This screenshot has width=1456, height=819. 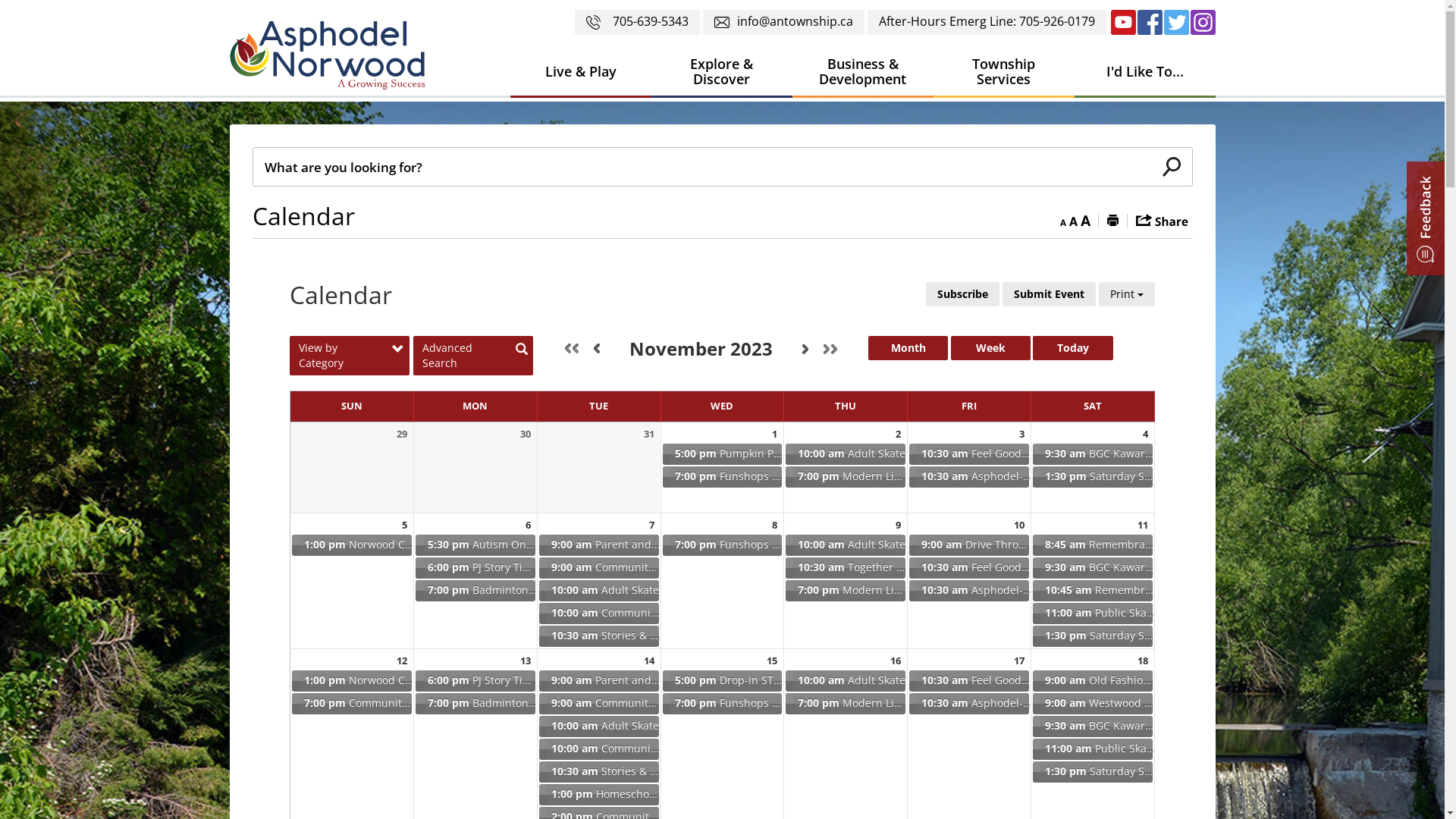 I want to click on '1:00 pm Norwood Curling Club', so click(x=351, y=680).